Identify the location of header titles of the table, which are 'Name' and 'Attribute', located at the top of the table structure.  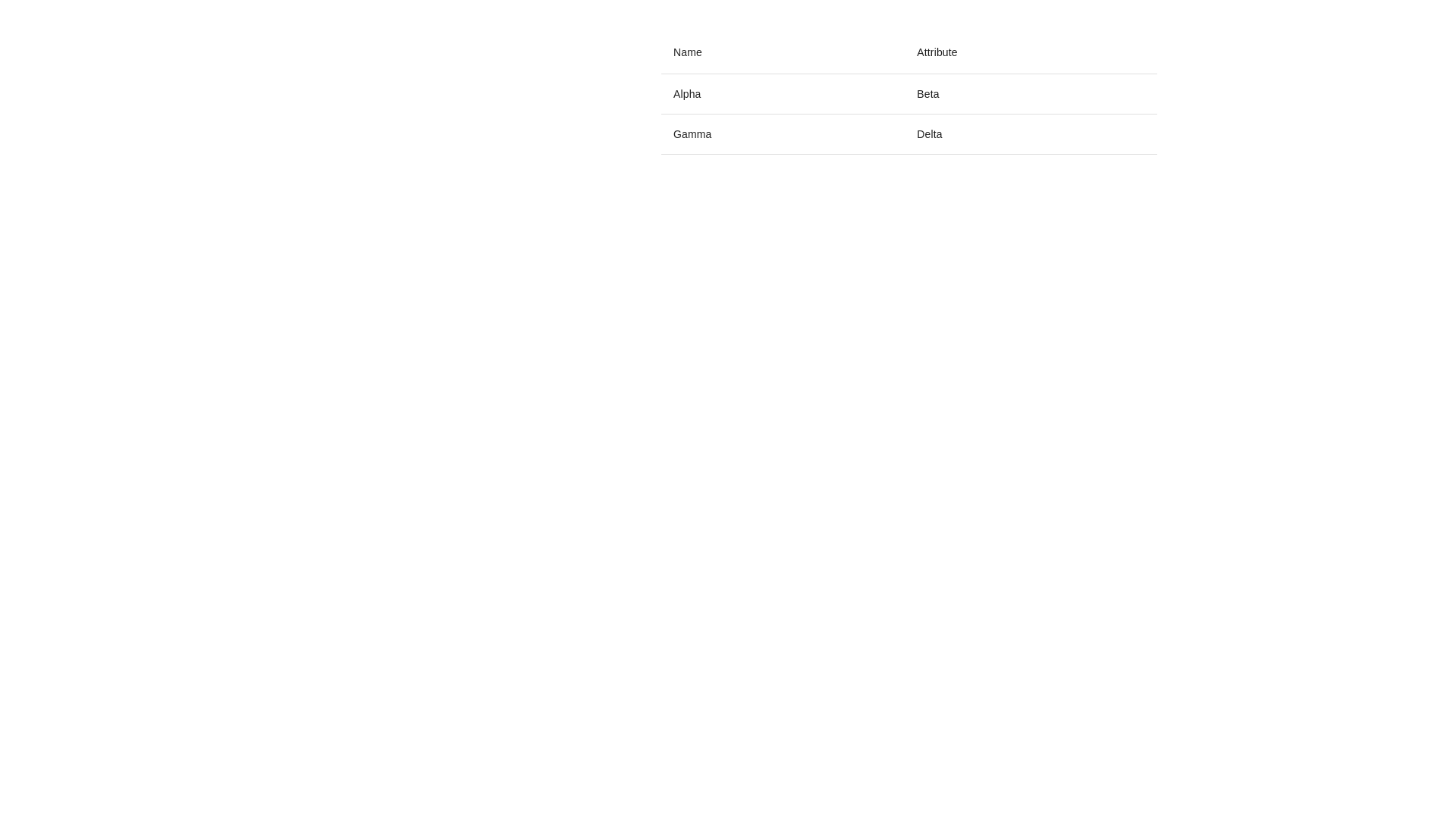
(909, 52).